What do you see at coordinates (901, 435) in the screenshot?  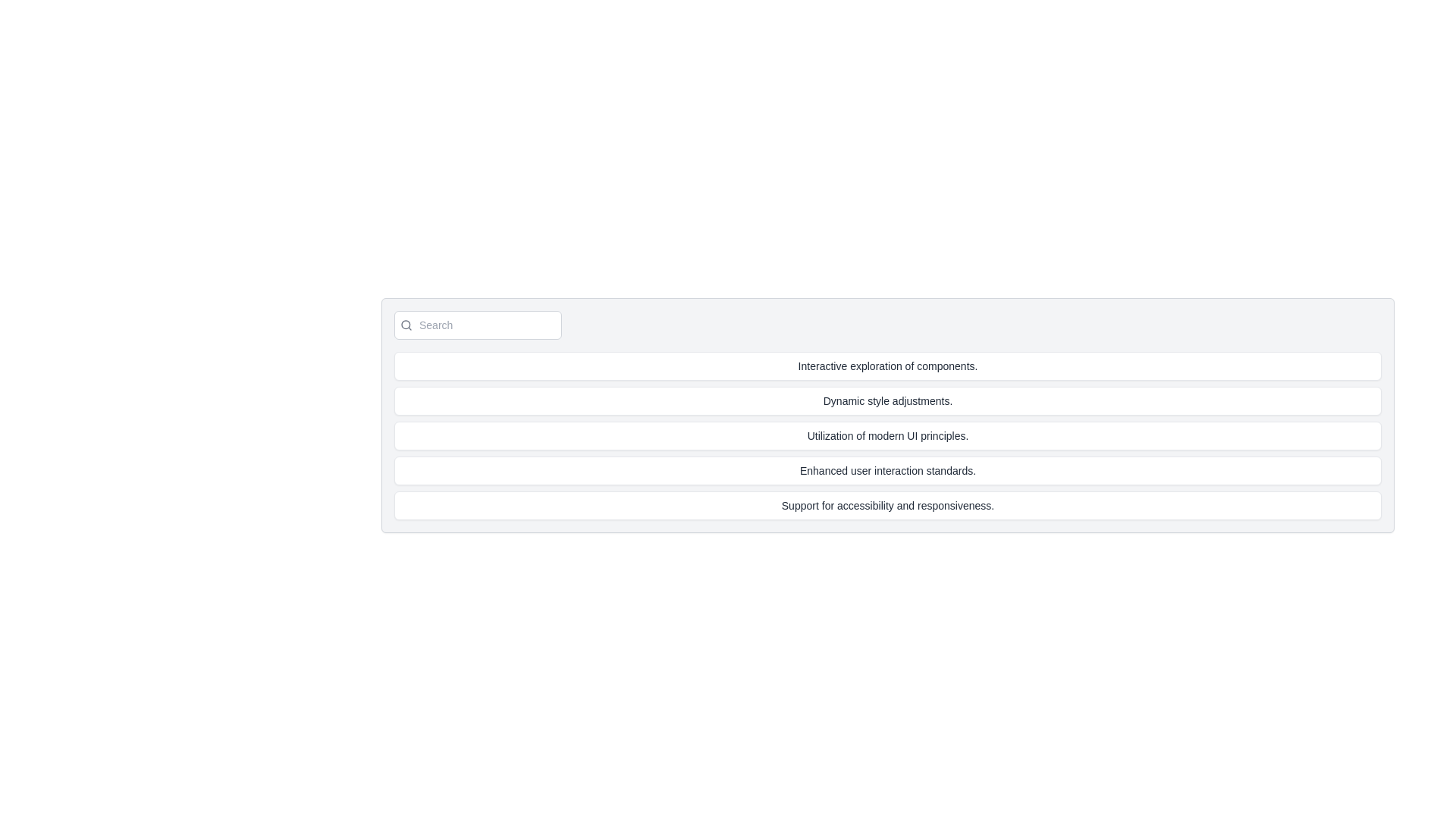 I see `the text element containing the letter 'n' at the end of the word 'modern' in the sentence 'Utilization of modern UI principles.'` at bounding box center [901, 435].